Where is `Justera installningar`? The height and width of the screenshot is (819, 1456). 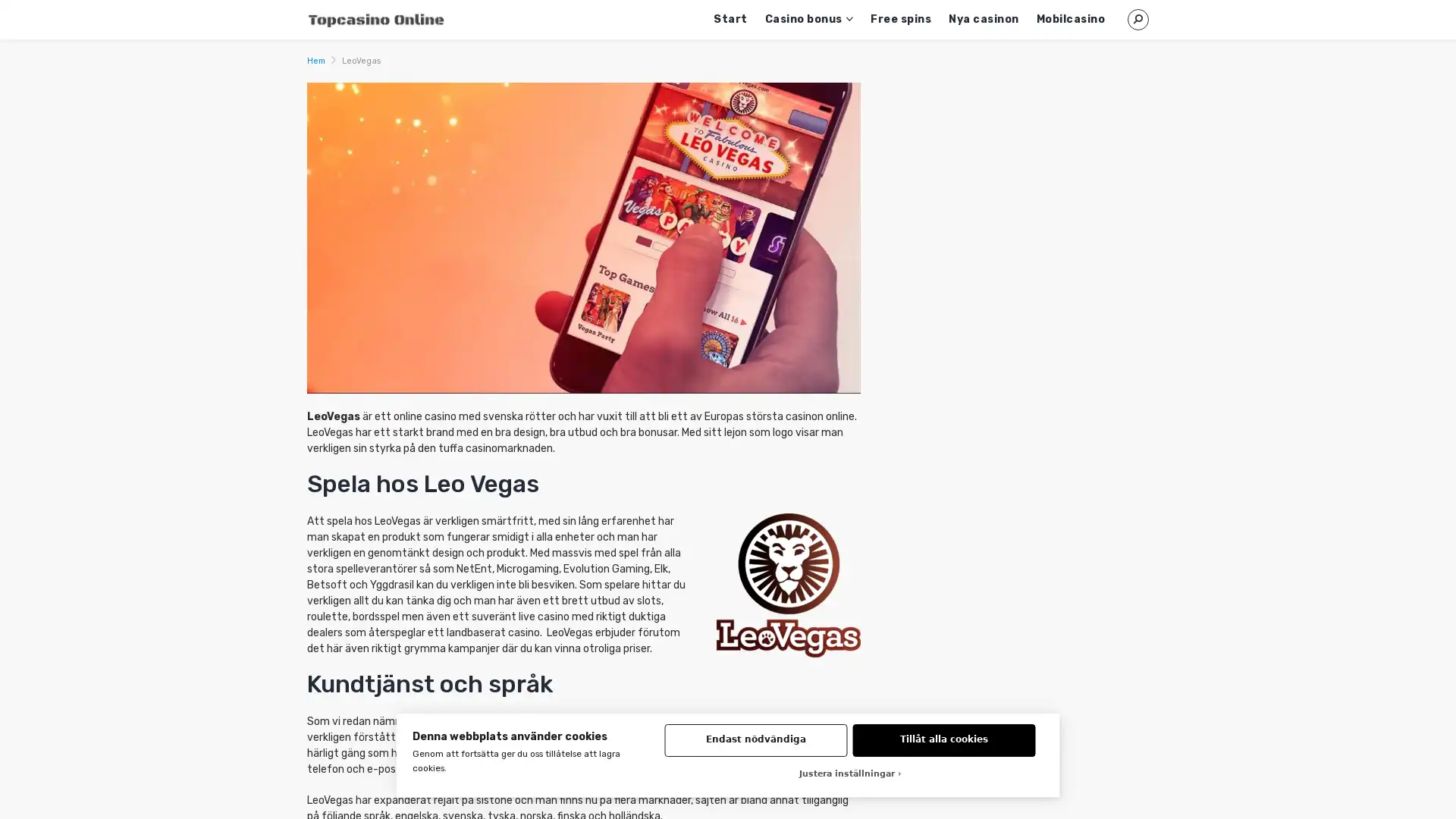 Justera installningar is located at coordinates (850, 774).